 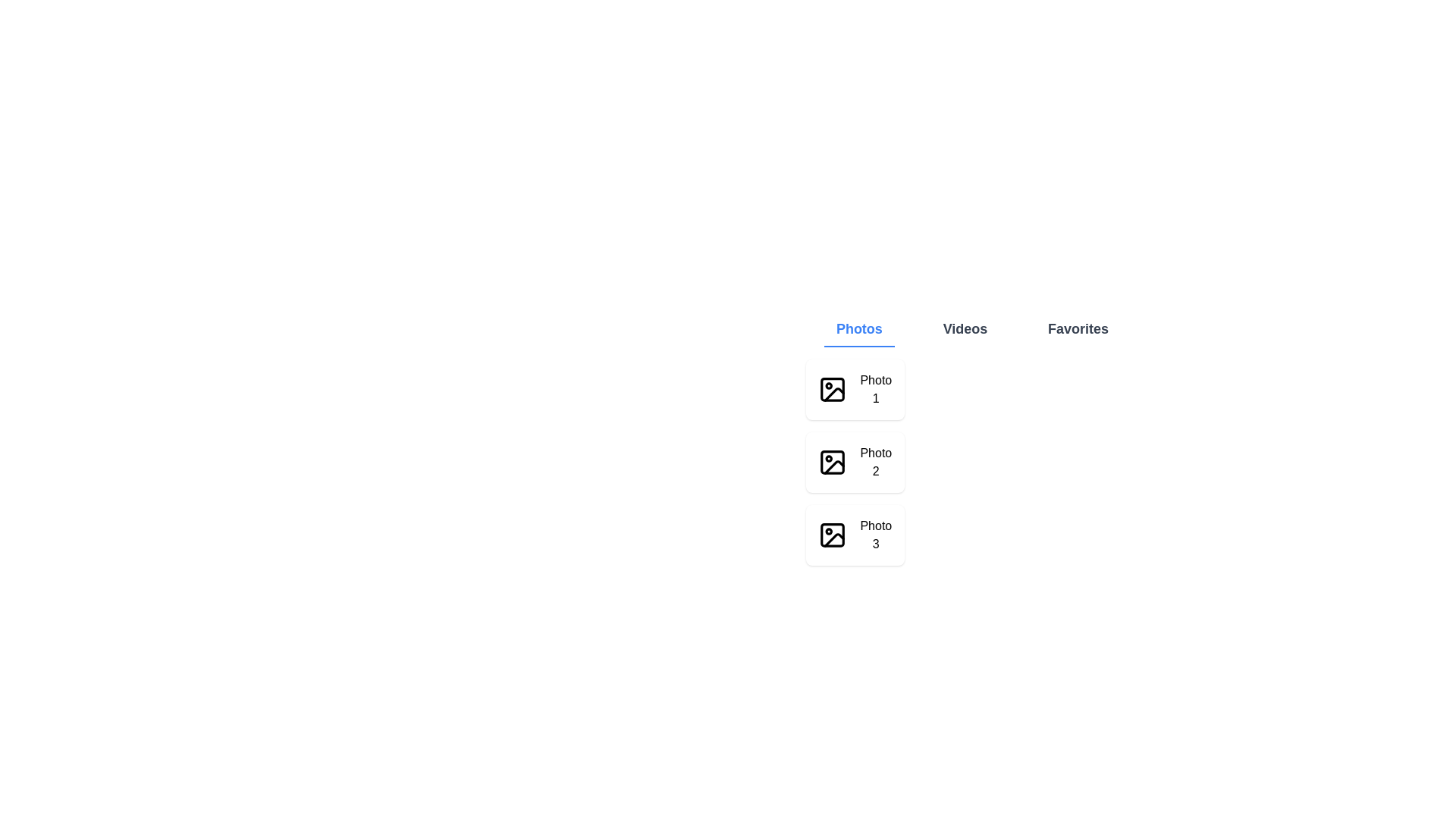 I want to click on text content of the label displaying 'Photo 2', which is styled in black font and located below an image icon in the 'Photos' section, so click(x=876, y=461).